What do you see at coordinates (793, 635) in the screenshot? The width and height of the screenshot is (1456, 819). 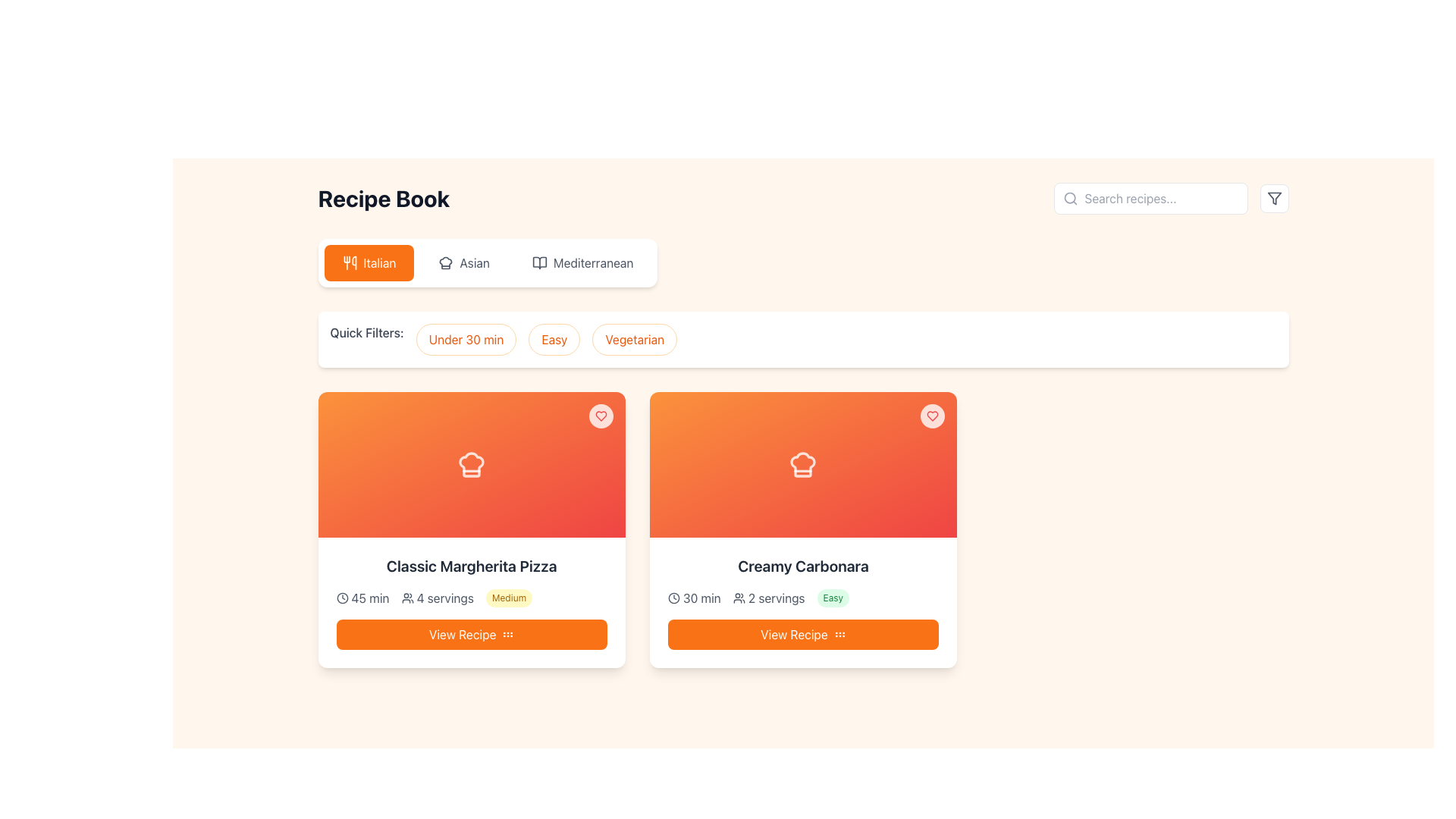 I see `the 'View Recipe' text label within the button located beneath the 'Creamy Carbonara' card` at bounding box center [793, 635].